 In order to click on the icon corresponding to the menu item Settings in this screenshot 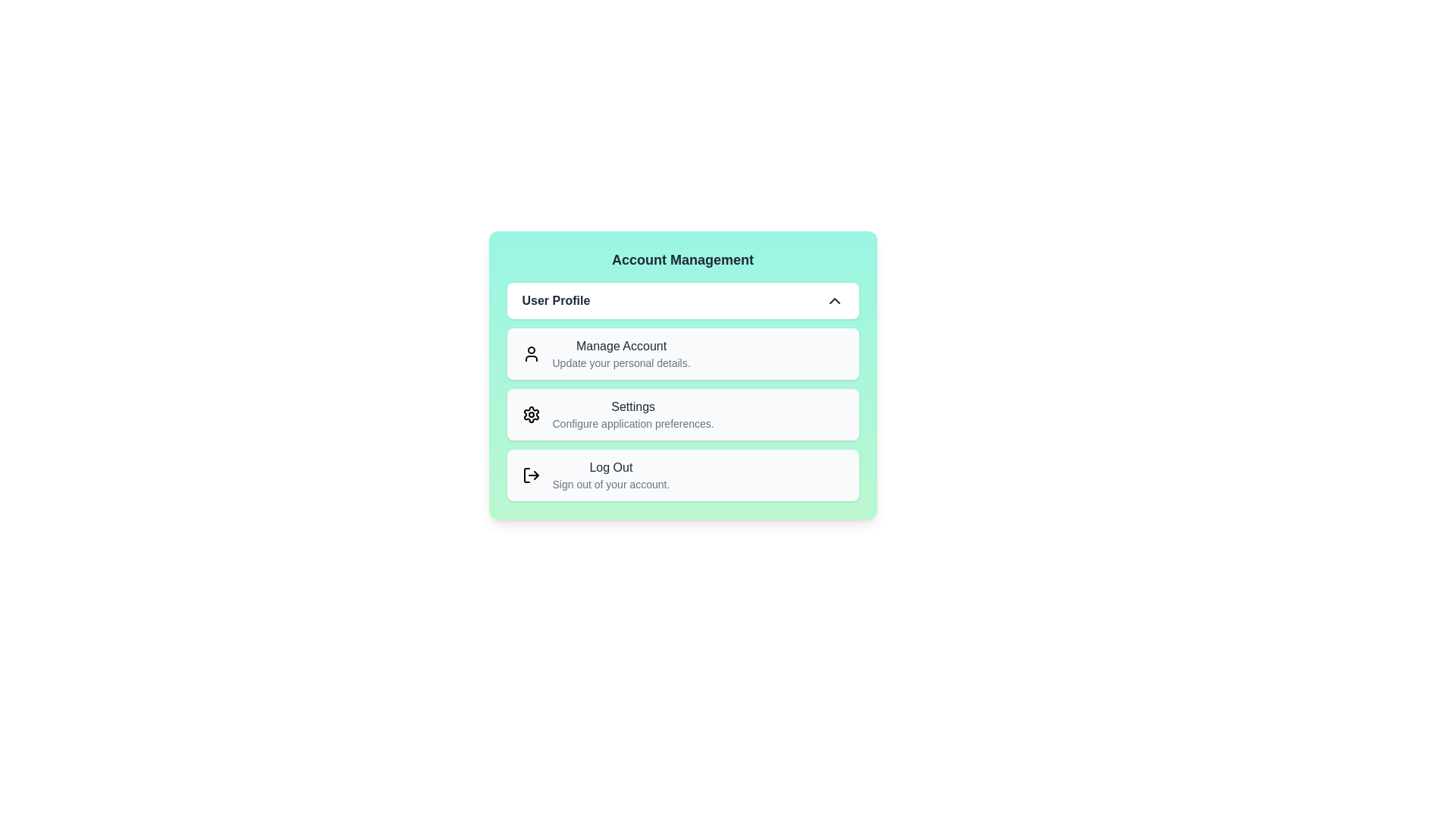, I will do `click(531, 415)`.